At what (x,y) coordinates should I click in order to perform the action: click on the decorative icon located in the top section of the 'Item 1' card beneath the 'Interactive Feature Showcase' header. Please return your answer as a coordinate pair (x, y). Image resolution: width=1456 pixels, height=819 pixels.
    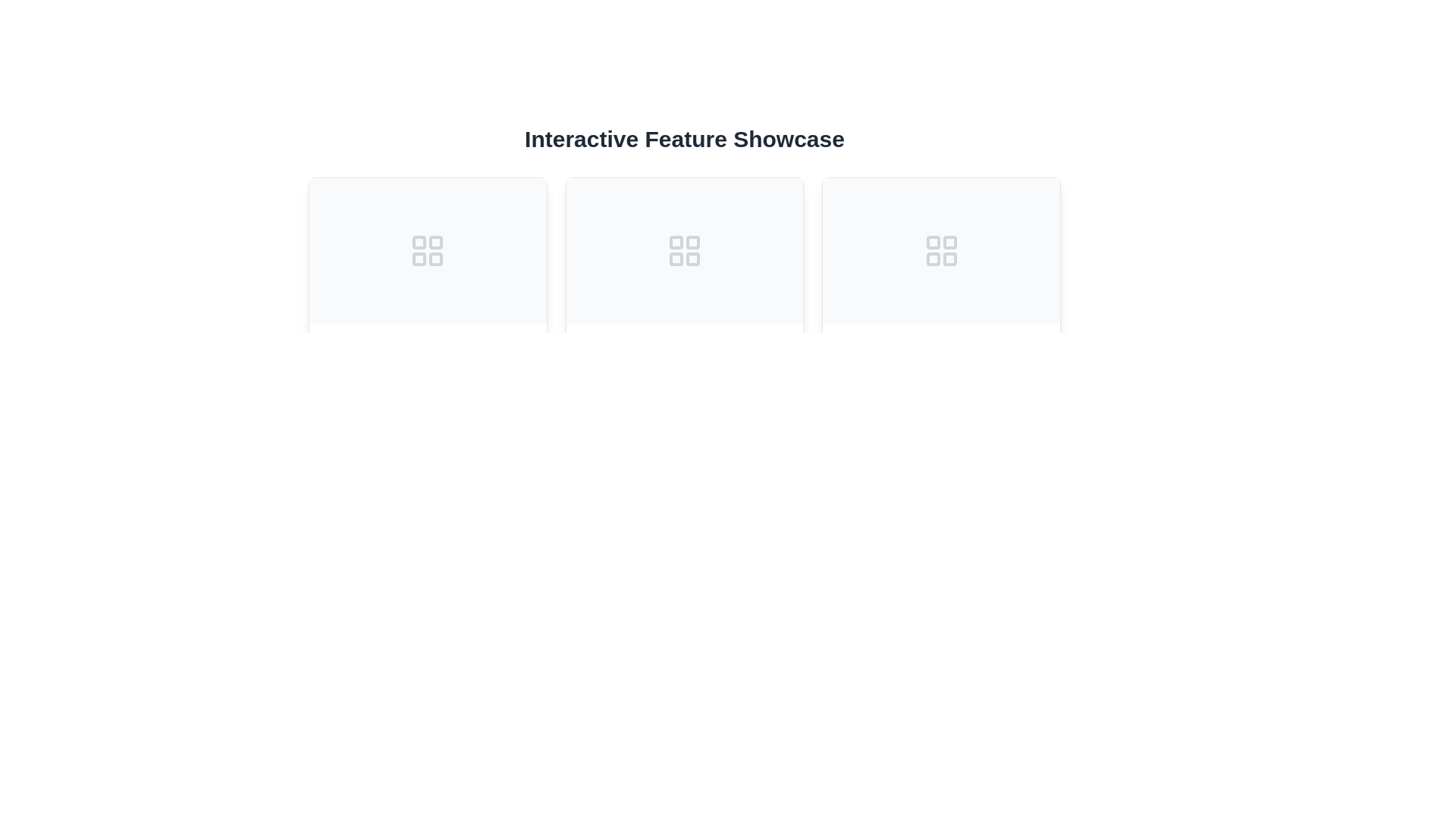
    Looking at the image, I should click on (427, 250).